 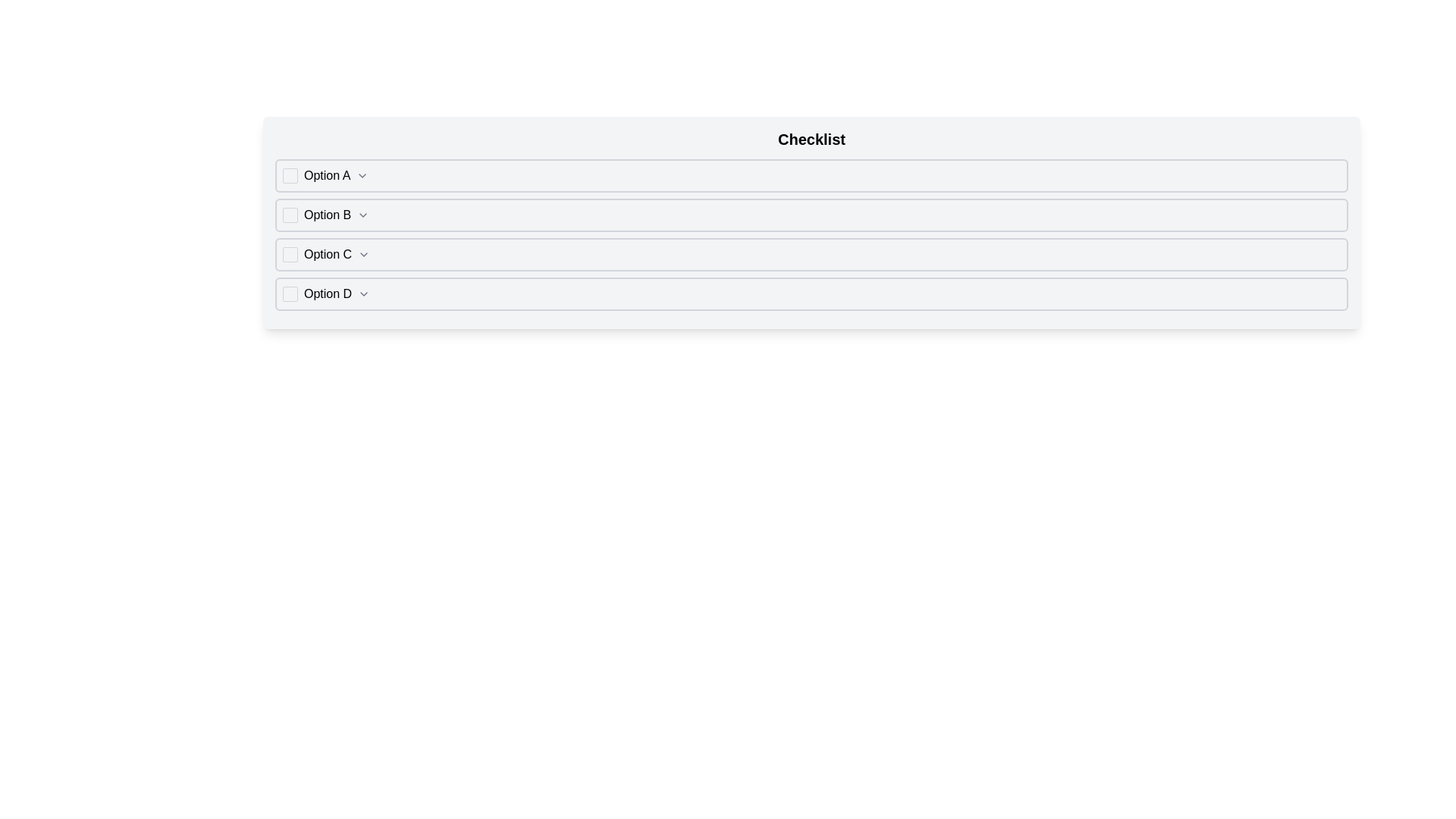 What do you see at coordinates (327, 294) in the screenshot?
I see `the text label displaying 'Option D', which is styled in black sans-serif font and is the fourth item in the checklist` at bounding box center [327, 294].